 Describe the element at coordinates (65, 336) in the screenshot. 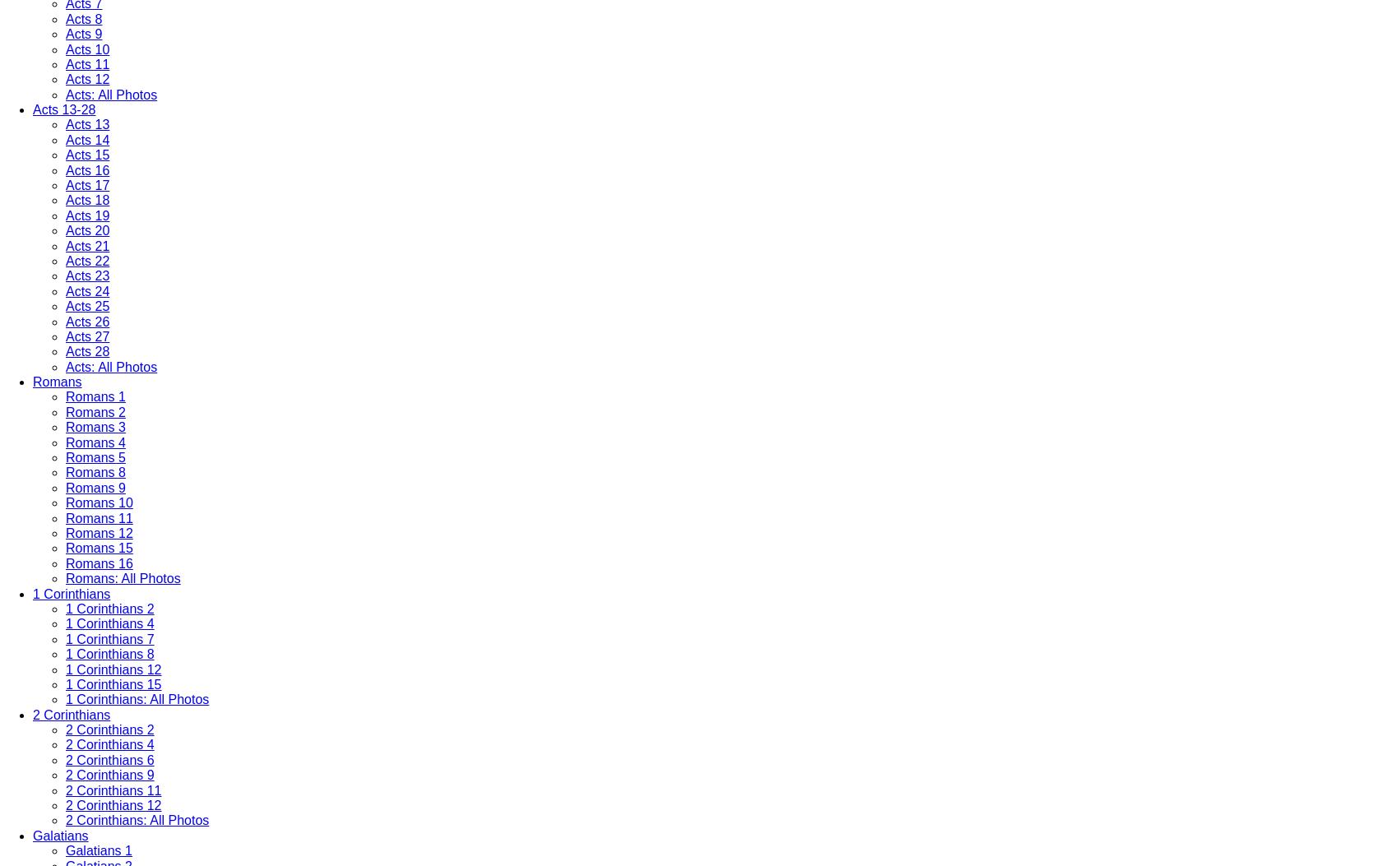

I see `'Acts 27'` at that location.